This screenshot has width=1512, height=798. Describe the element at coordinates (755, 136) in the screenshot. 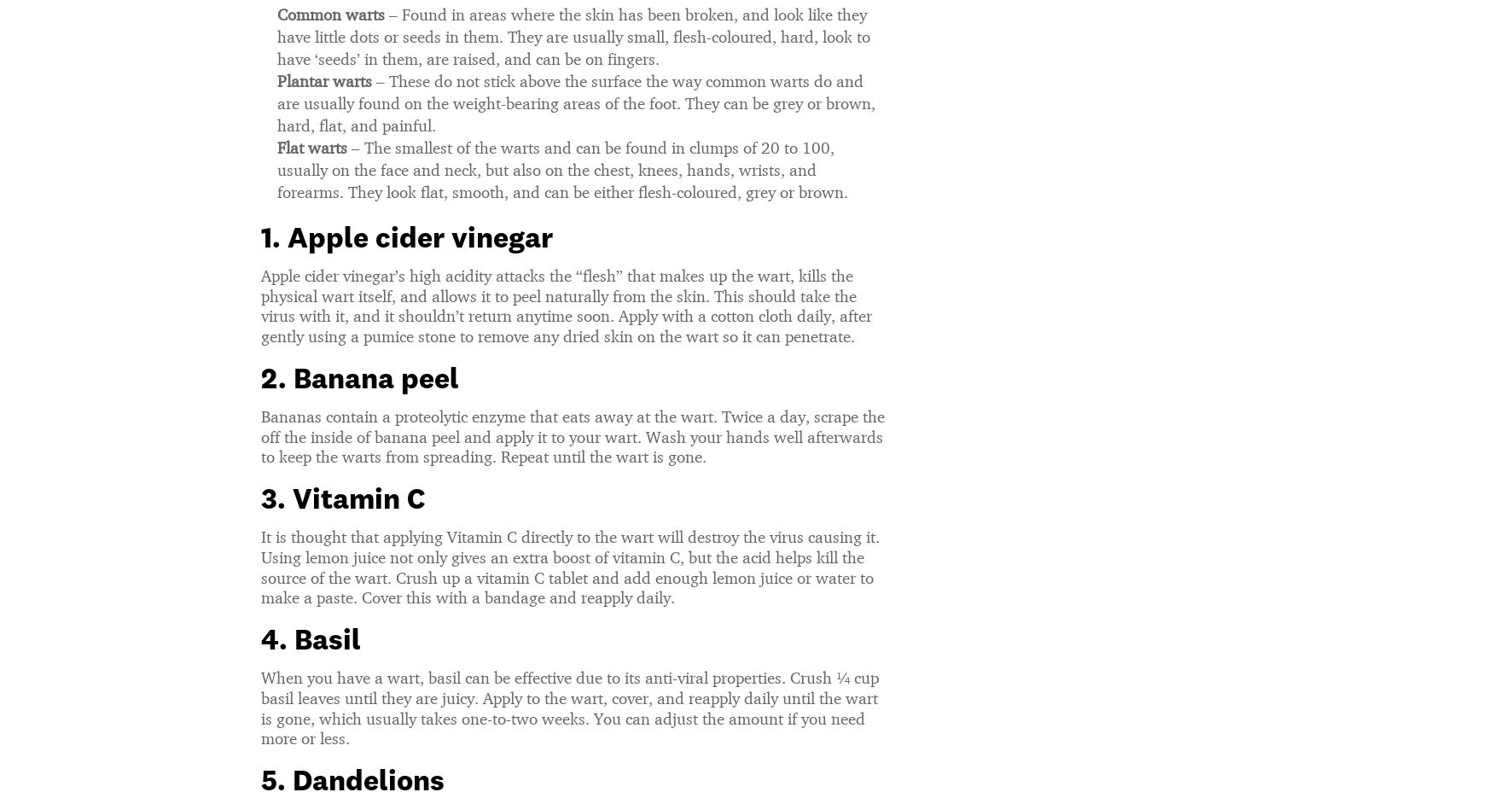

I see `'‘I Can Finally See A New Me’: Bindi Irwin’s Endometriosis Update'` at that location.